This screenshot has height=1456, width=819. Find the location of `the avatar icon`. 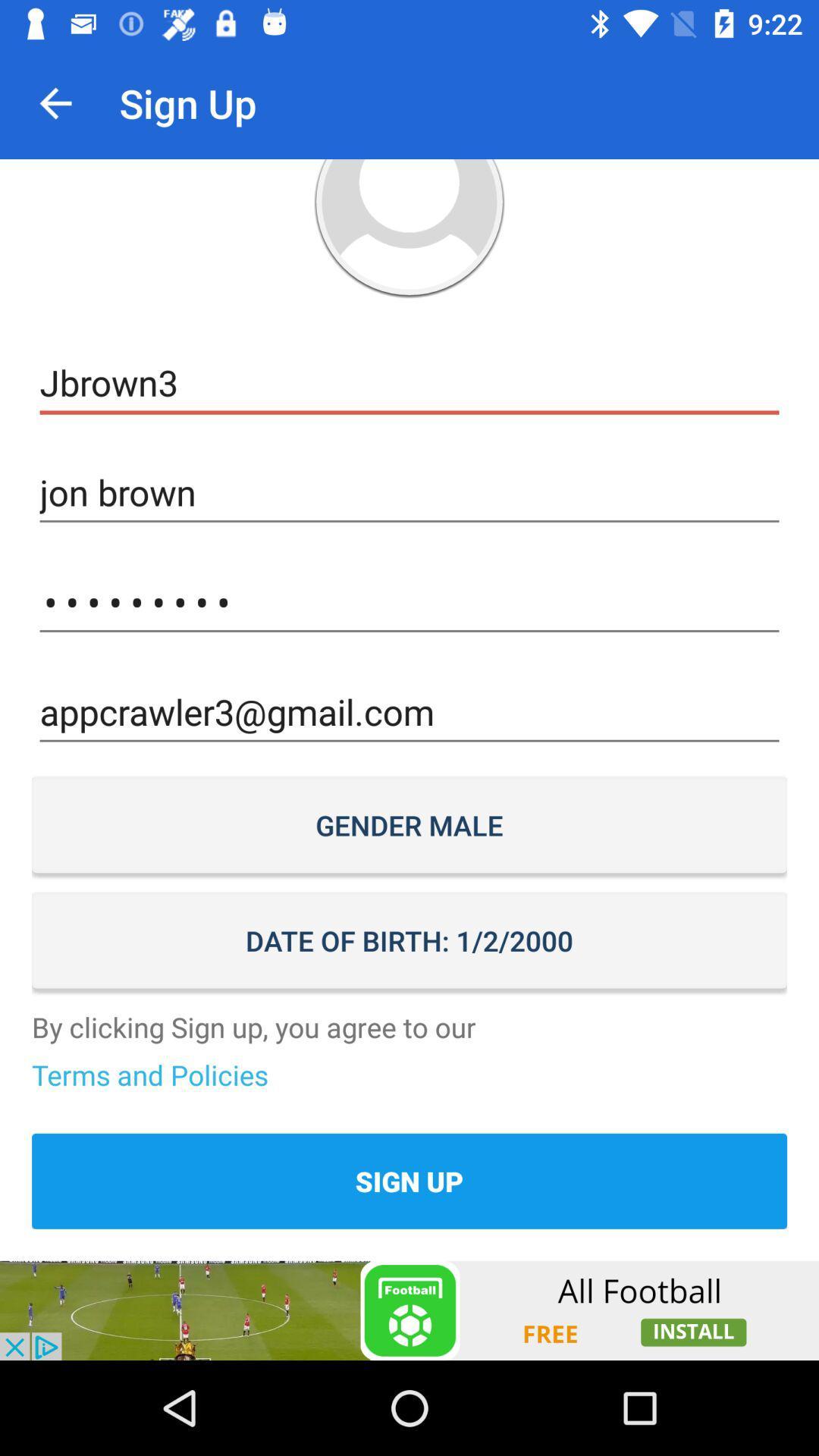

the avatar icon is located at coordinates (409, 227).